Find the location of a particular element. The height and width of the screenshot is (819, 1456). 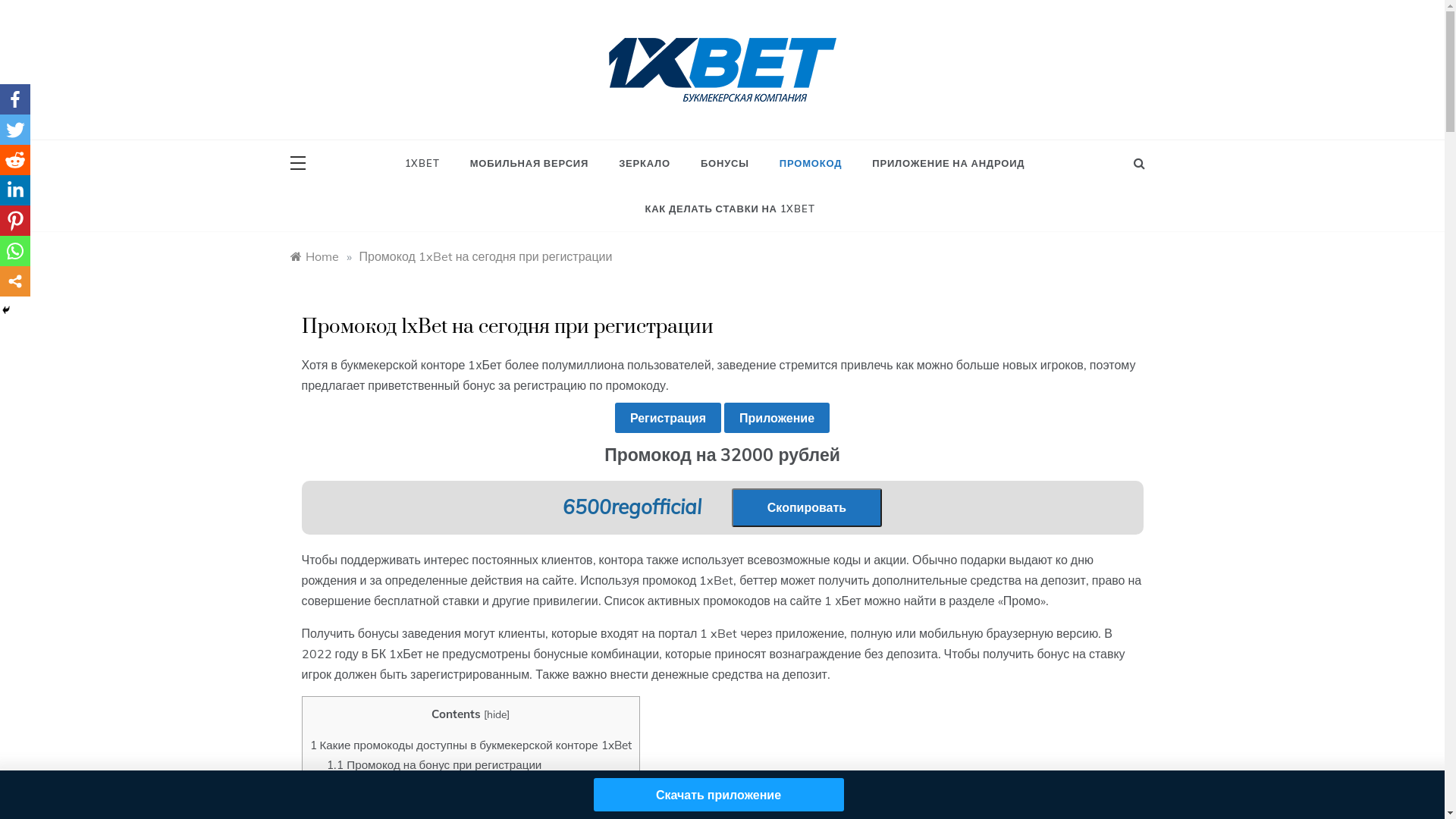

'Home' is located at coordinates (312, 256).